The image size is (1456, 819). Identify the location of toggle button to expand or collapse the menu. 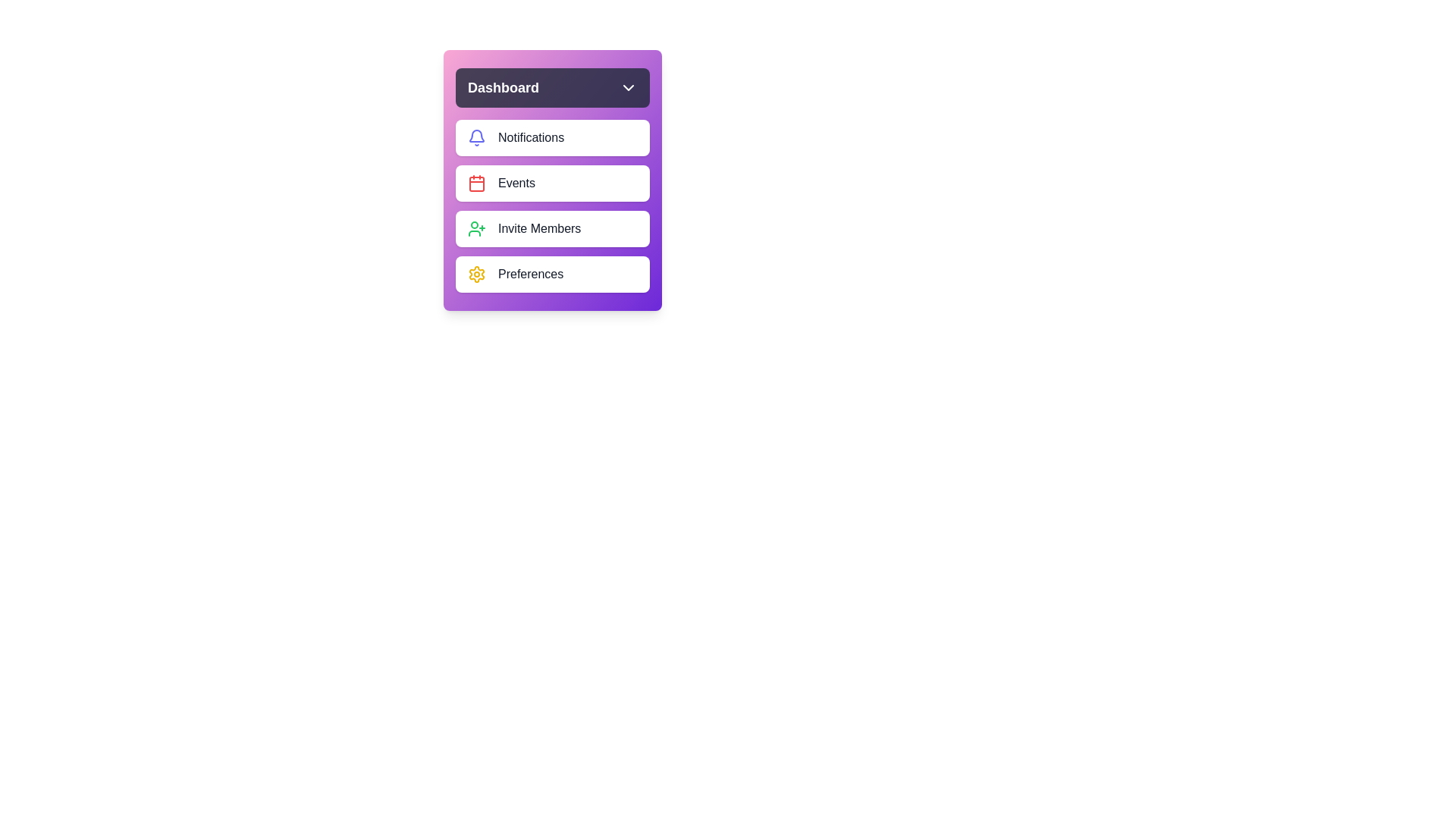
(552, 87).